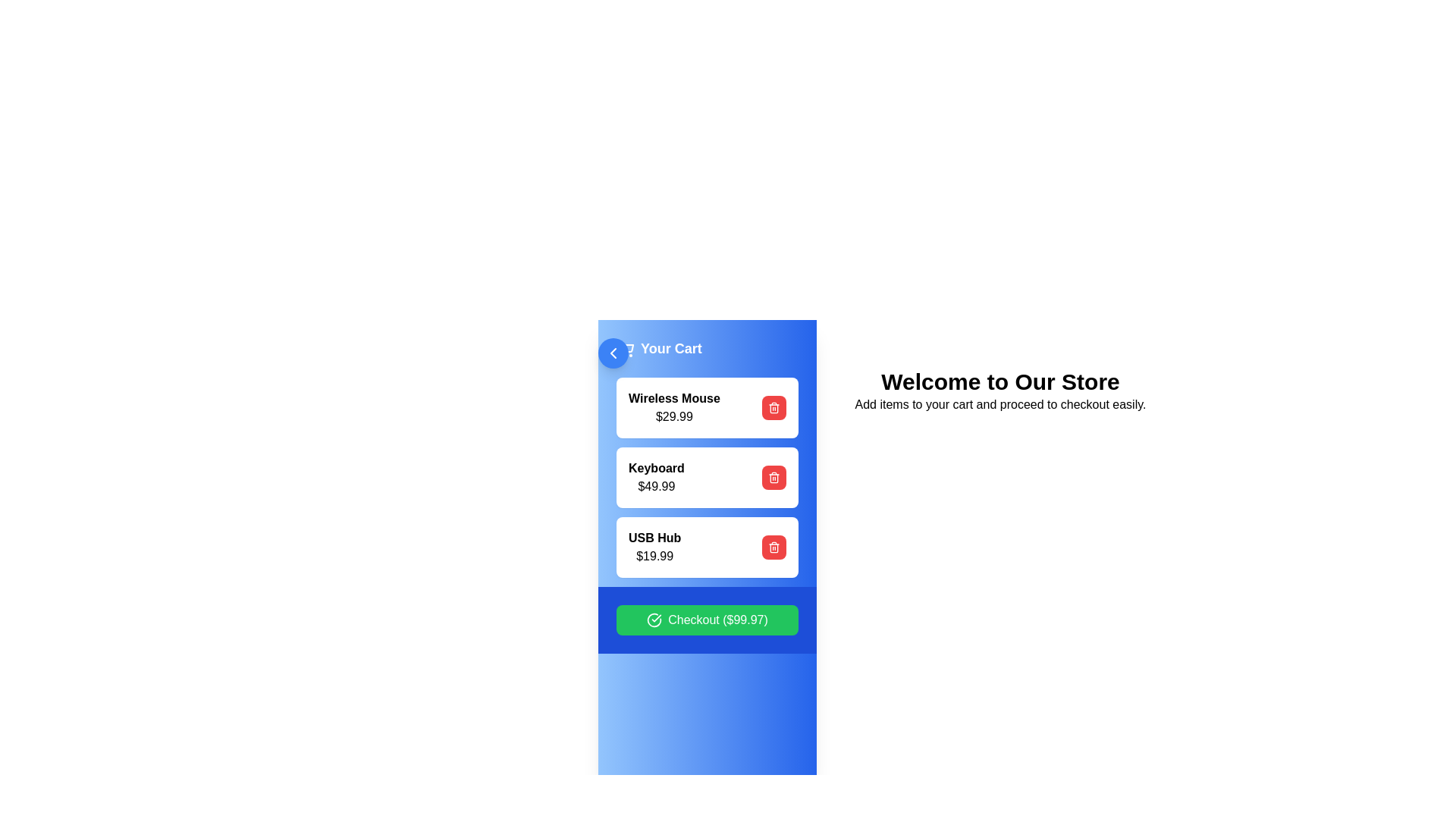 The image size is (1456, 819). I want to click on the 'USB Hub' item in the shopping cart, so click(654, 547).